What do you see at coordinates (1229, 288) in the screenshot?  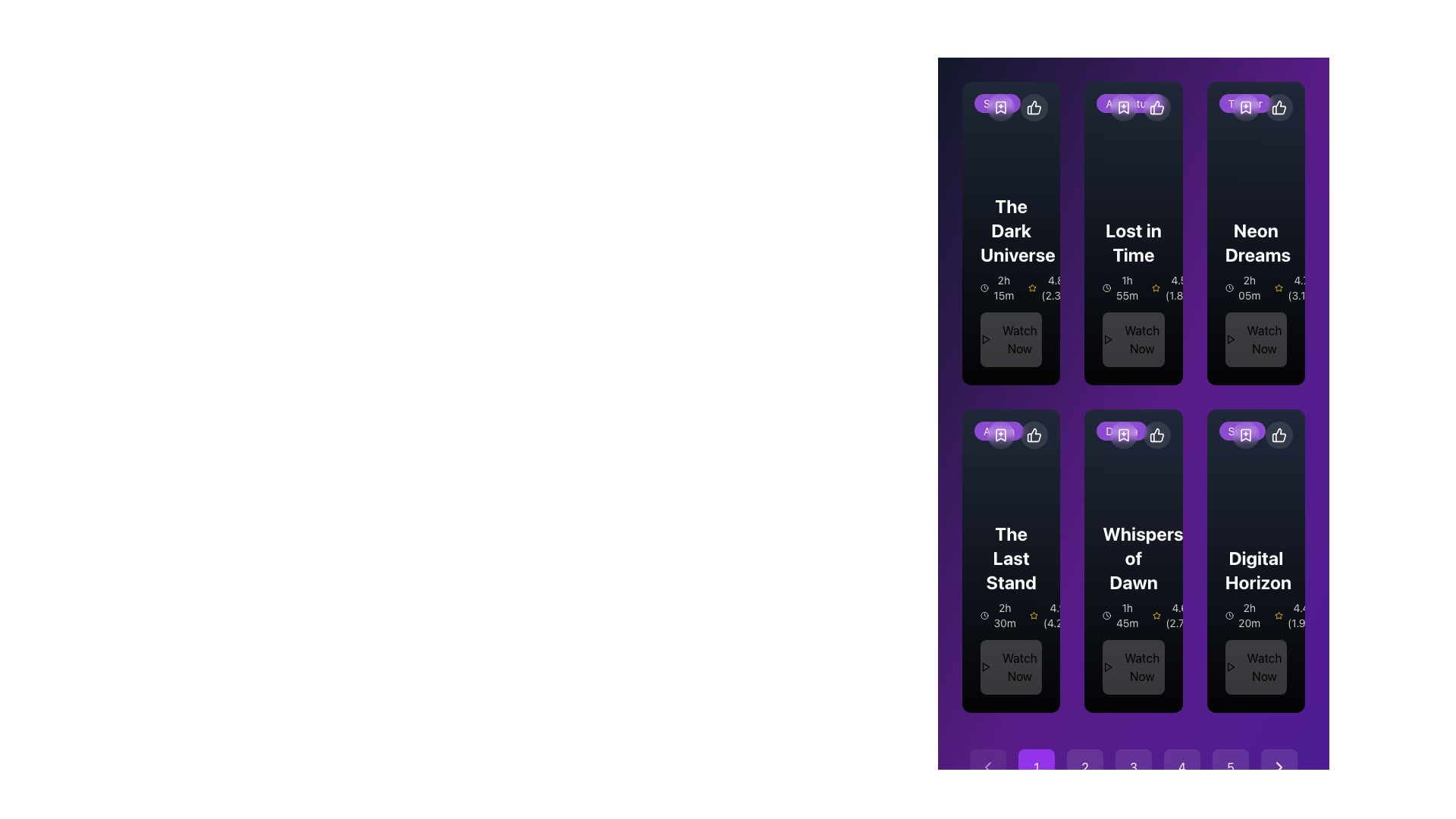 I see `the decorative icon located to the left of the text '2h 05m' within the movie details section for 'Neon Dreams', positioned in the third column of the first row of movie cards in the grid layout` at bounding box center [1229, 288].